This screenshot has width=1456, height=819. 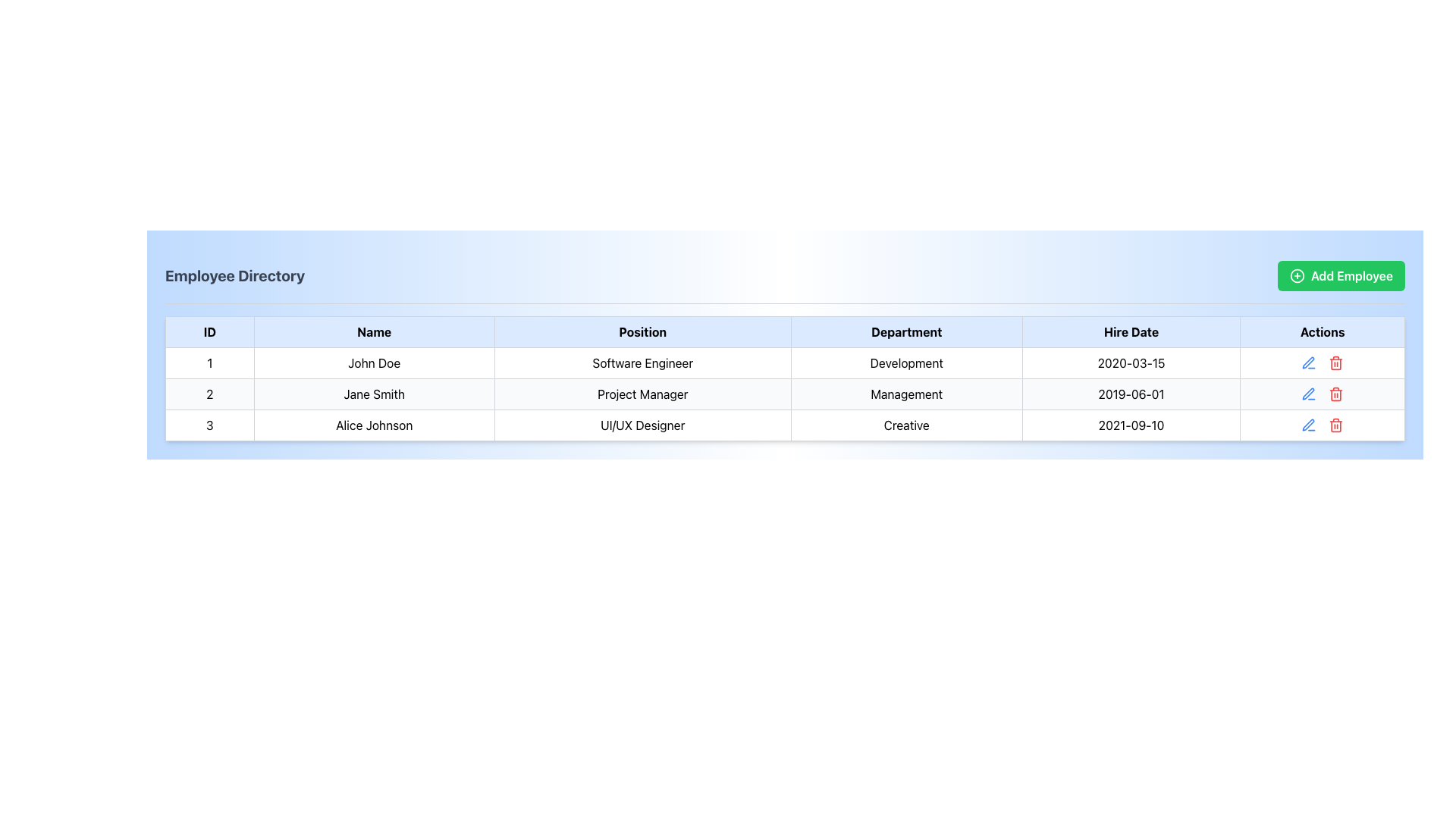 What do you see at coordinates (1322, 394) in the screenshot?
I see `the trash icon in the far-right cell of the row for 'Jane Smith' in the 'Actions' column` at bounding box center [1322, 394].